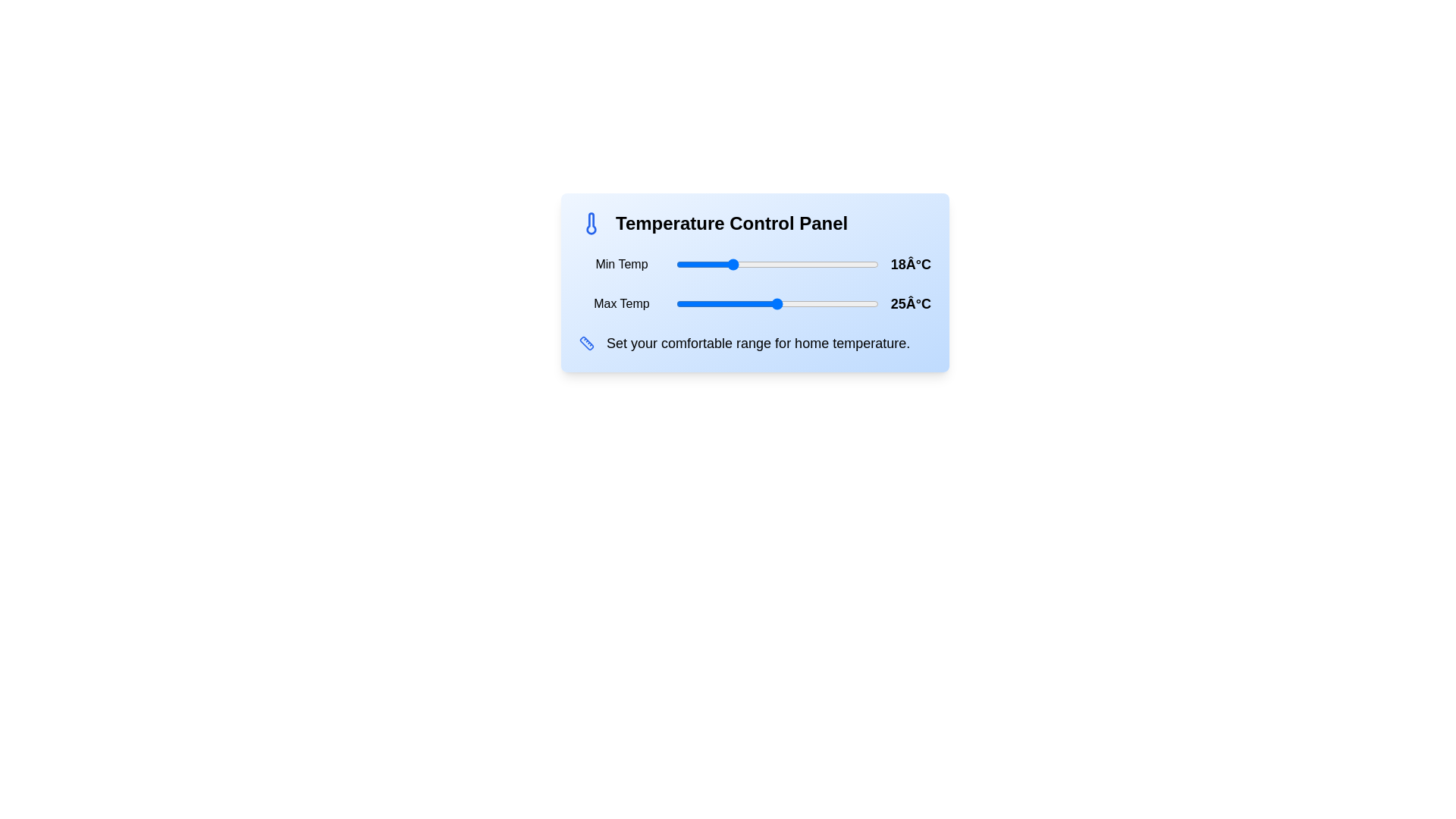 Image resolution: width=1456 pixels, height=819 pixels. What do you see at coordinates (777, 304) in the screenshot?
I see `the temperature slider to set the temperature to 25°C` at bounding box center [777, 304].